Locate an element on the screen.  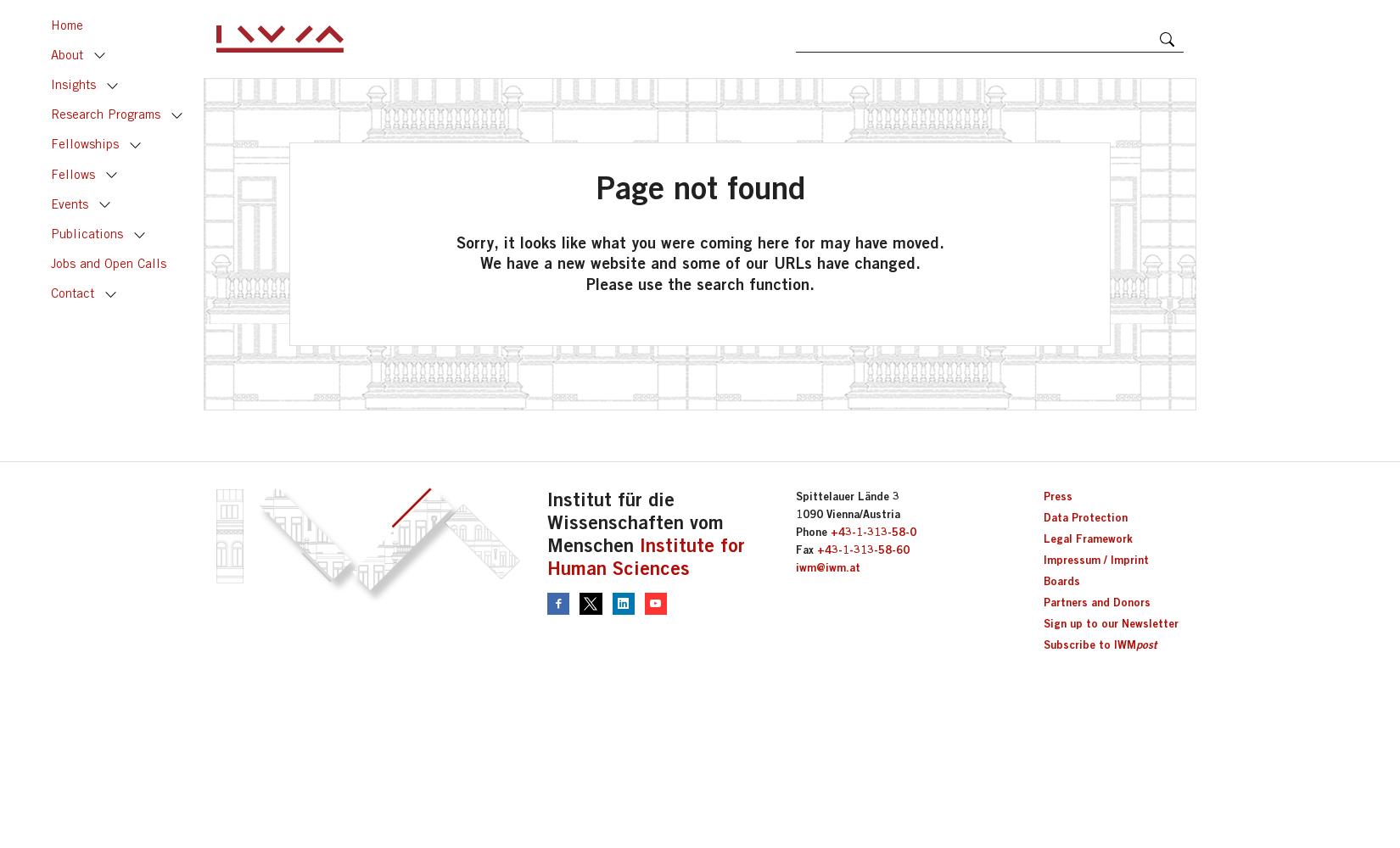
'Boards' is located at coordinates (1061, 581).